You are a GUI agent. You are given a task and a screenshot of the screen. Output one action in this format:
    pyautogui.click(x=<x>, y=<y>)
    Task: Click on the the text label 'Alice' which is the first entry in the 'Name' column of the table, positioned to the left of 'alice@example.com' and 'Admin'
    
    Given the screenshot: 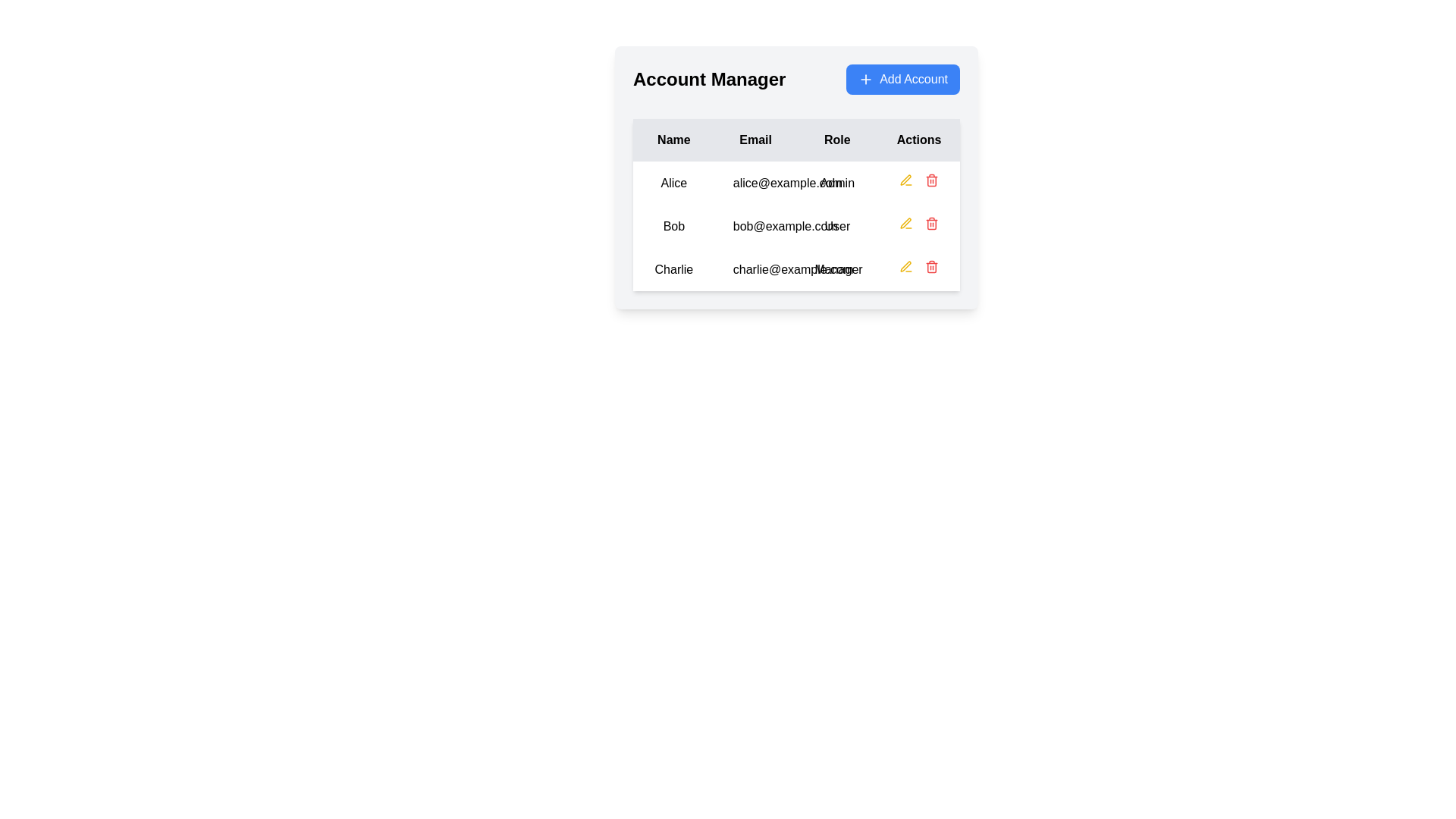 What is the action you would take?
    pyautogui.click(x=673, y=182)
    